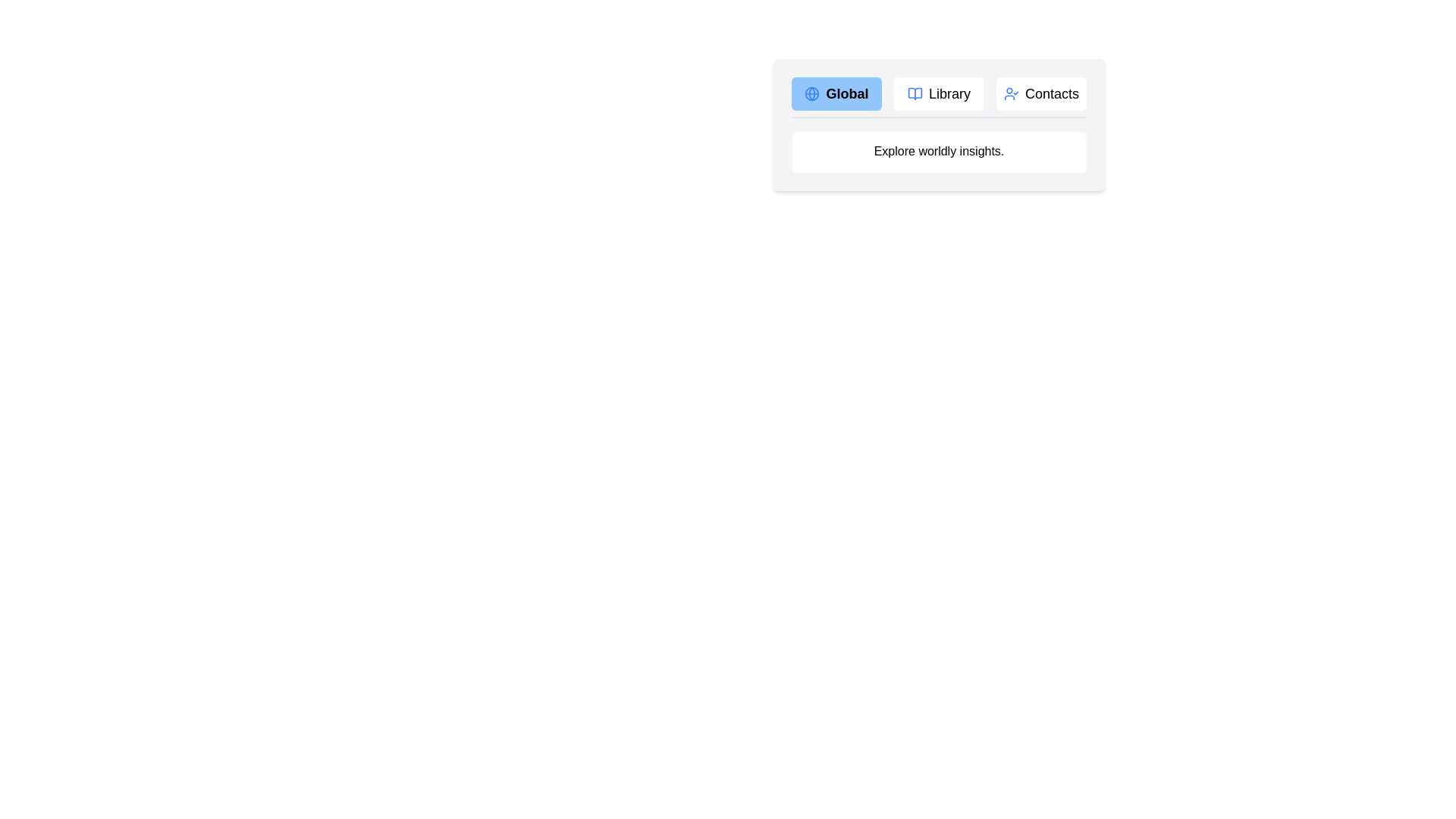 Image resolution: width=1456 pixels, height=819 pixels. What do you see at coordinates (836, 93) in the screenshot?
I see `the Global tab` at bounding box center [836, 93].